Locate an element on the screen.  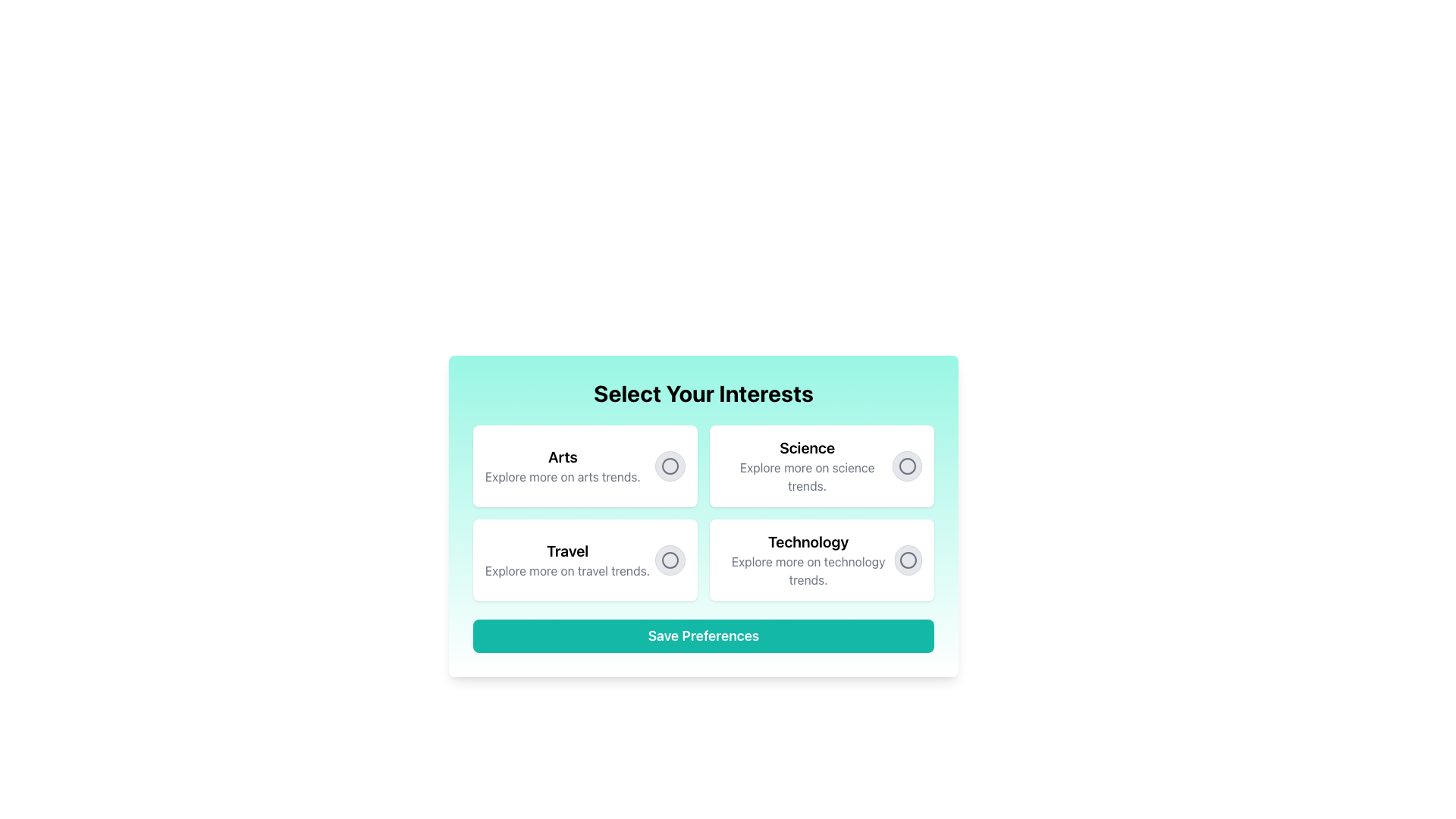
the radio button on the 'Technology' card located in the bottom-right section of the grid layout to focus is located at coordinates (821, 560).